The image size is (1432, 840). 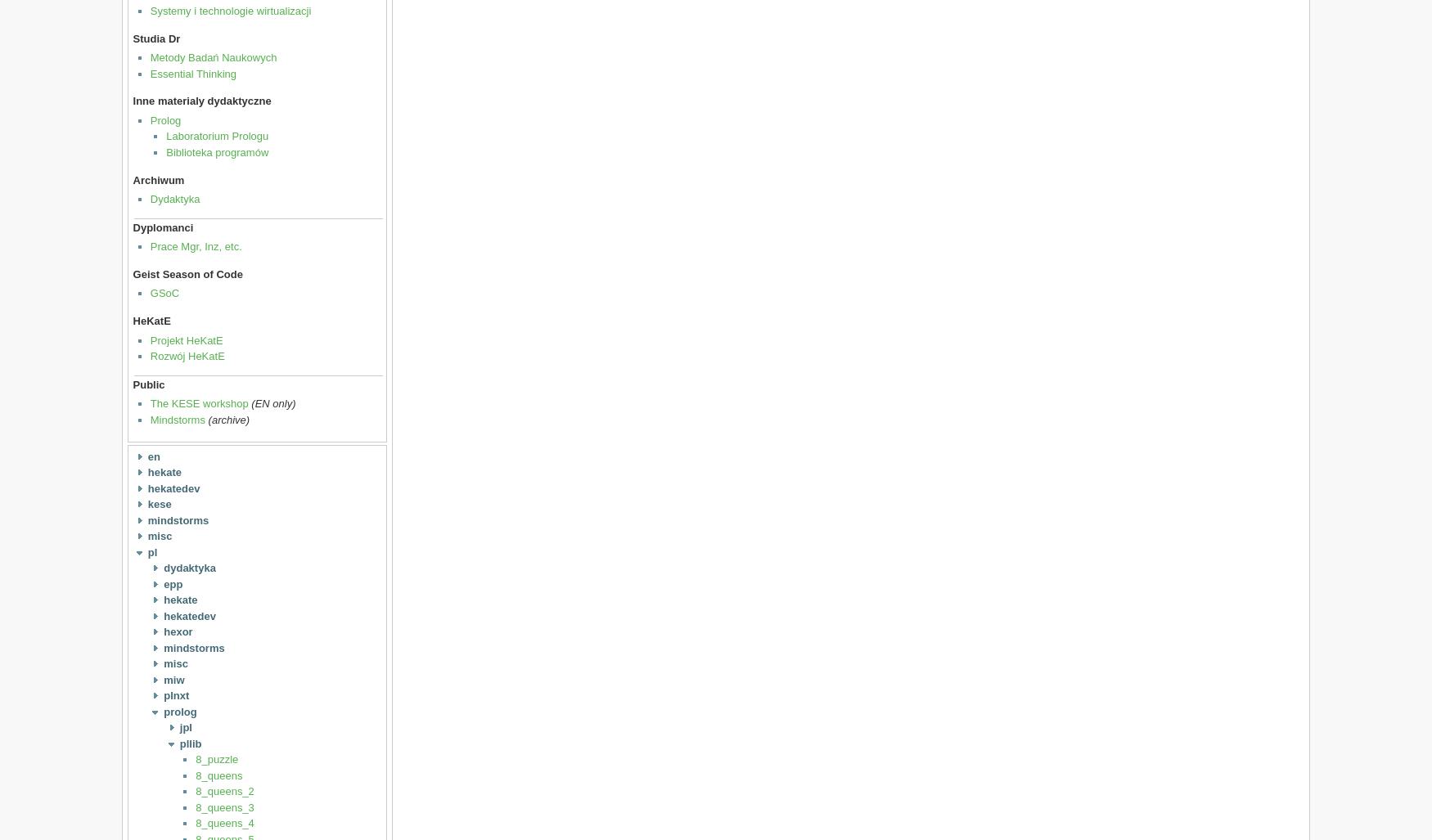 What do you see at coordinates (199, 403) in the screenshot?
I see `'The KESE workshop'` at bounding box center [199, 403].